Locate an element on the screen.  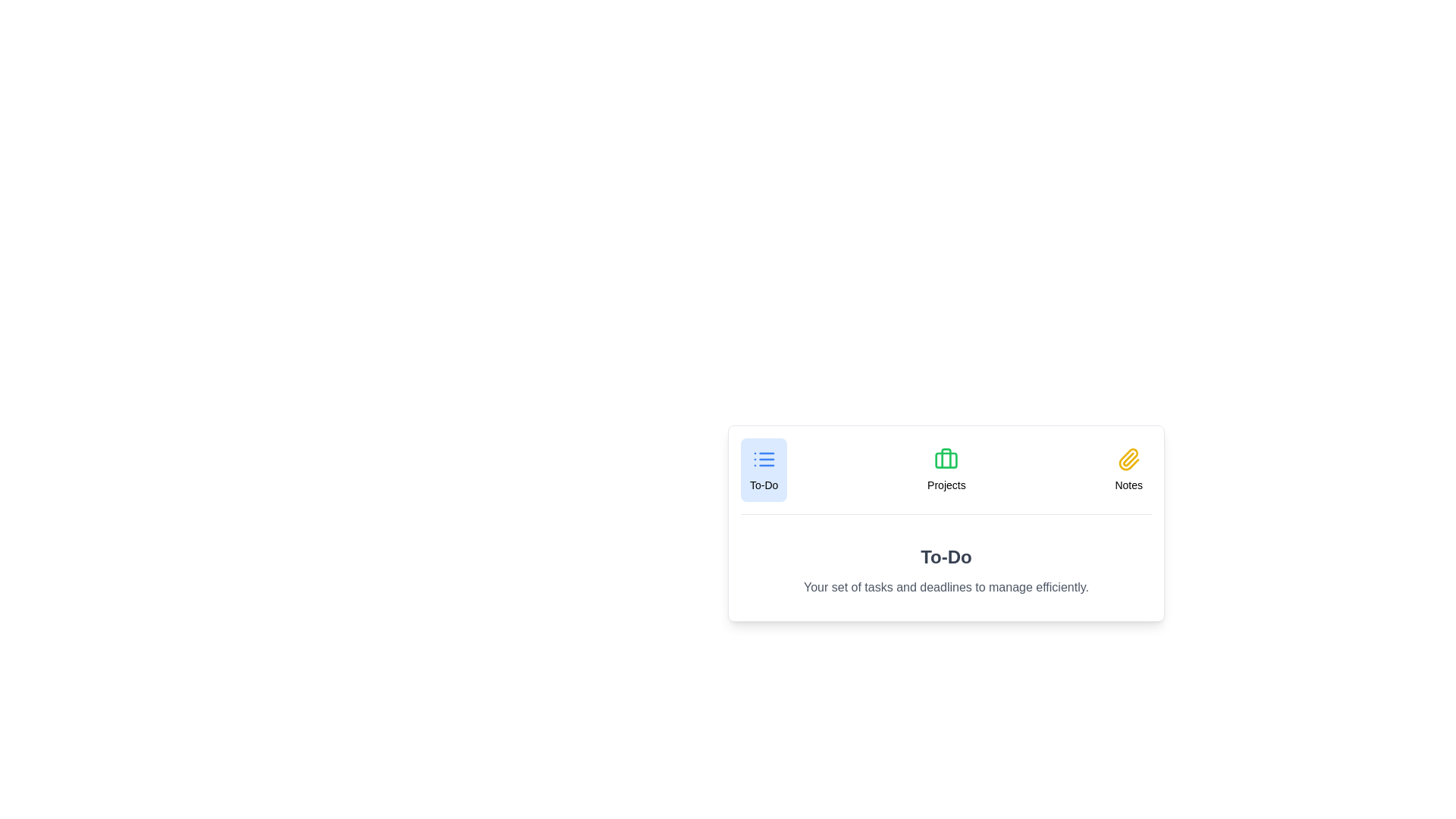
the Projects tab by clicking on its button is located at coordinates (946, 469).